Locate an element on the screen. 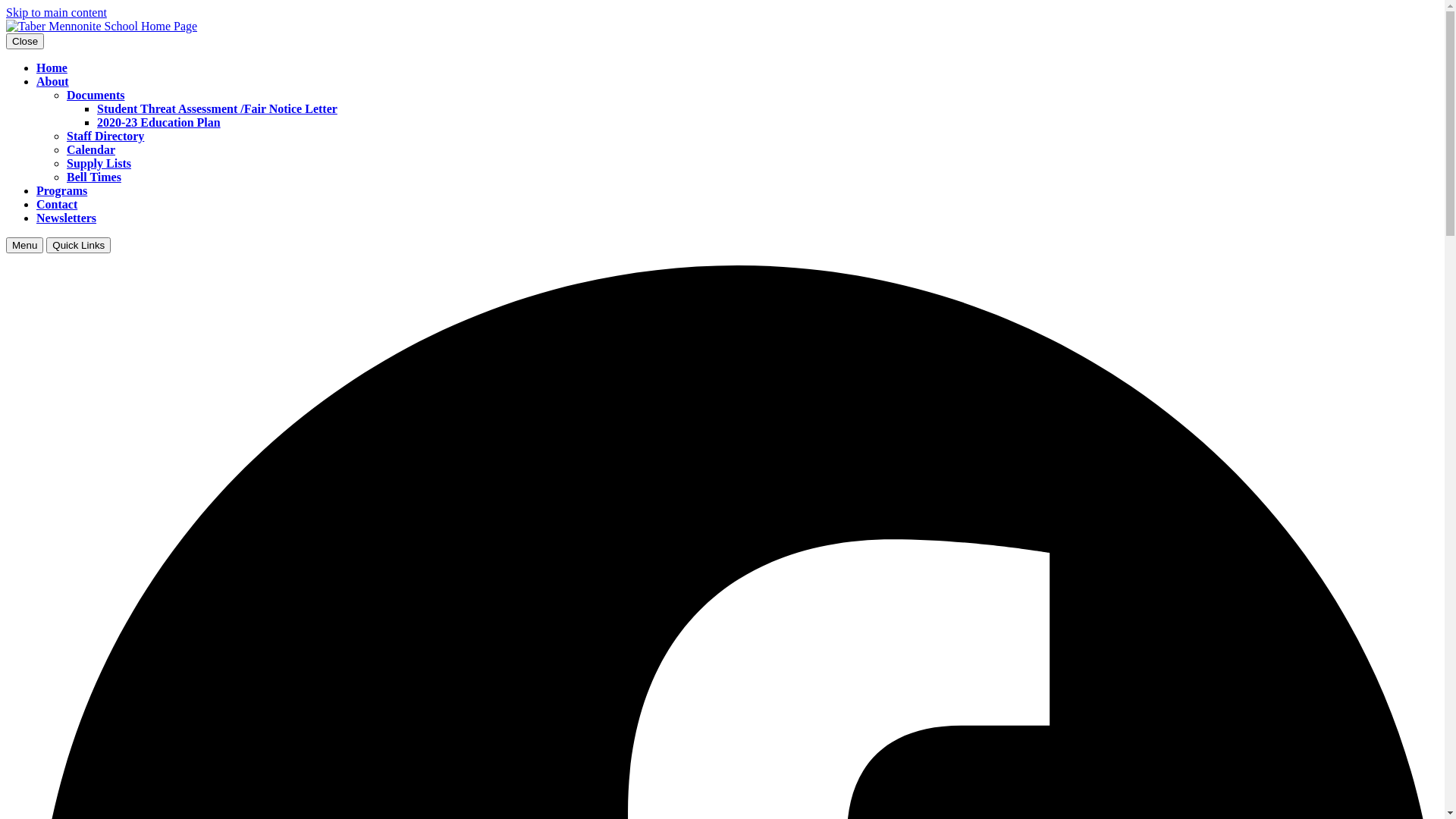  'Staff Directory' is located at coordinates (105, 135).